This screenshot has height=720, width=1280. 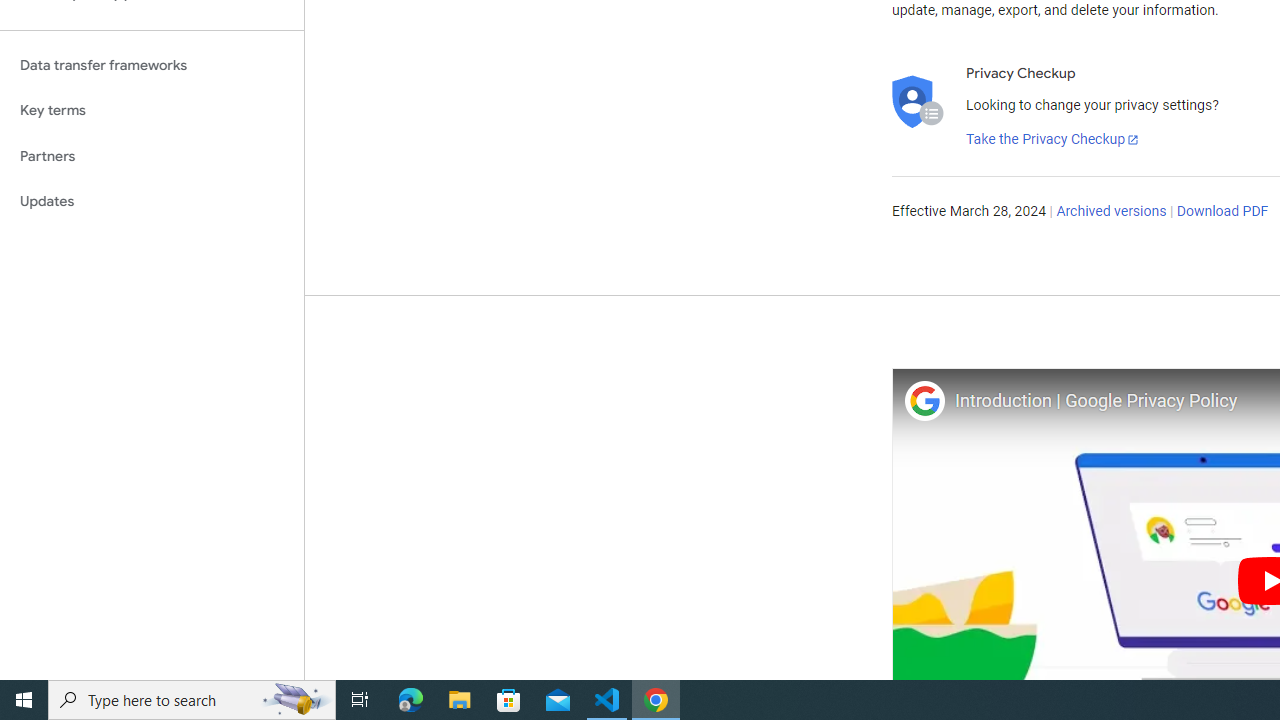 I want to click on 'Partners', so click(x=151, y=155).